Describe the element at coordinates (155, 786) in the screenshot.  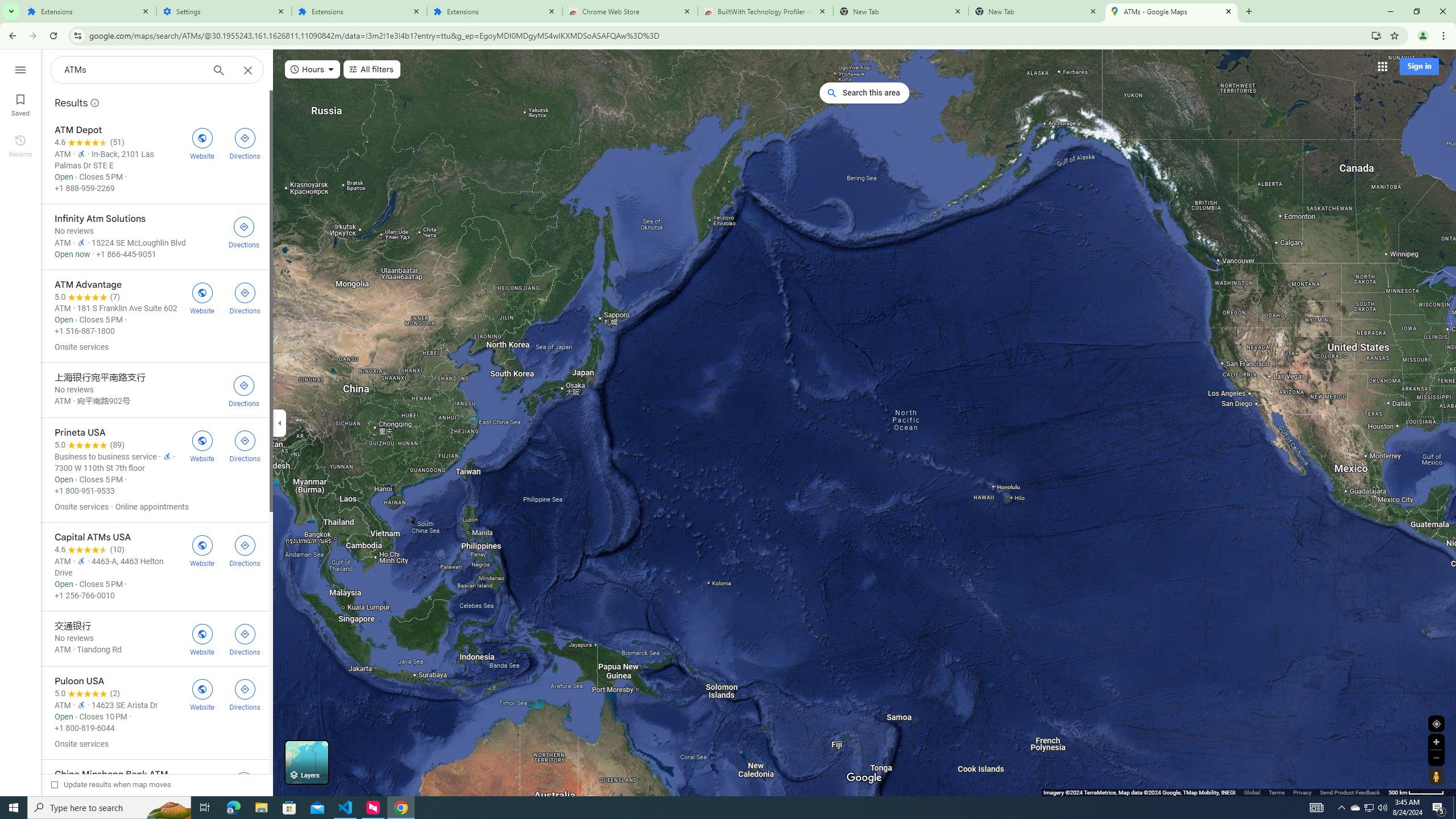
I see `'China Minsheng Bank ATM'` at that location.